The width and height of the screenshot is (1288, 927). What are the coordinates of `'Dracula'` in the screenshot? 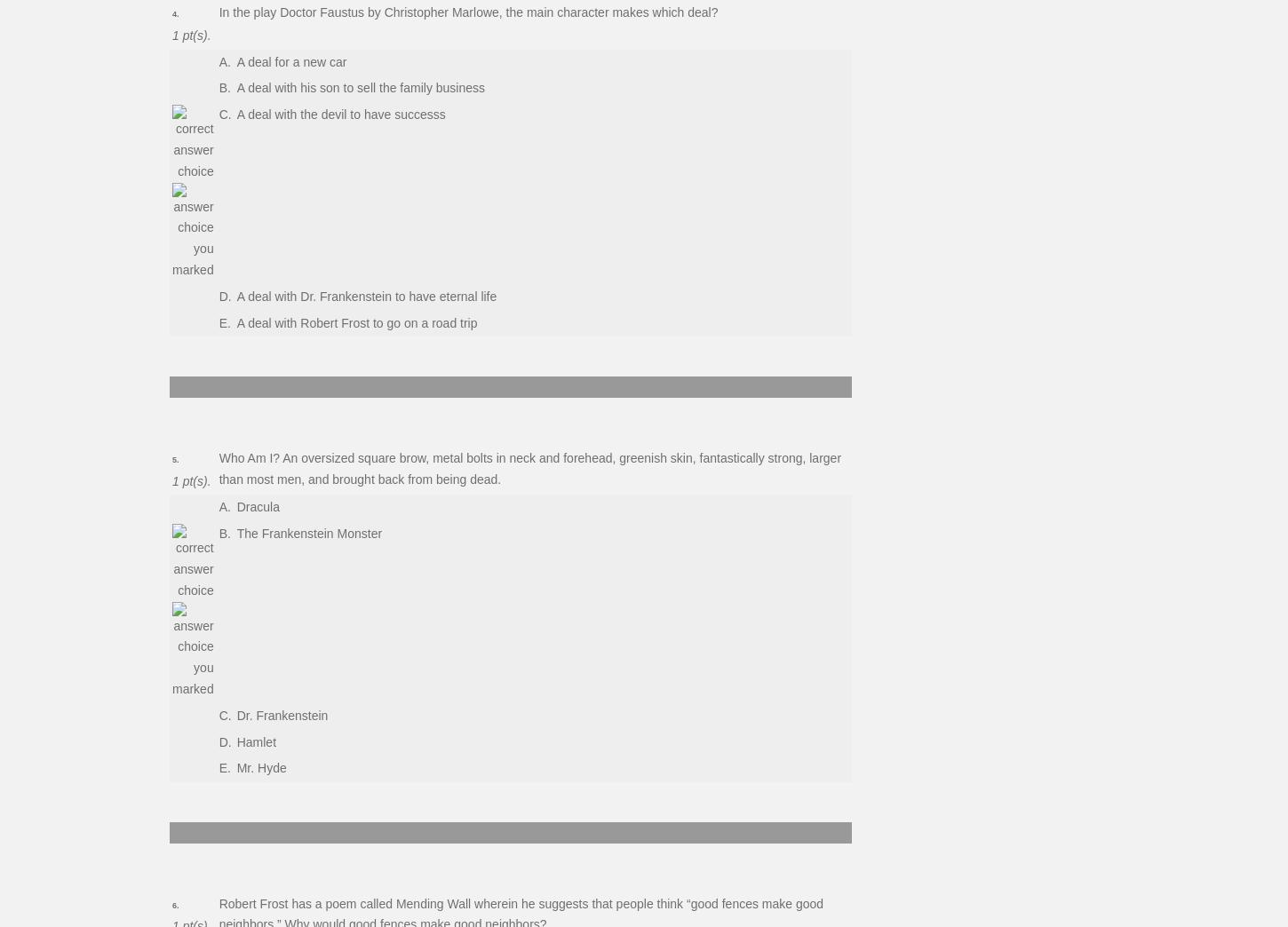 It's located at (258, 505).